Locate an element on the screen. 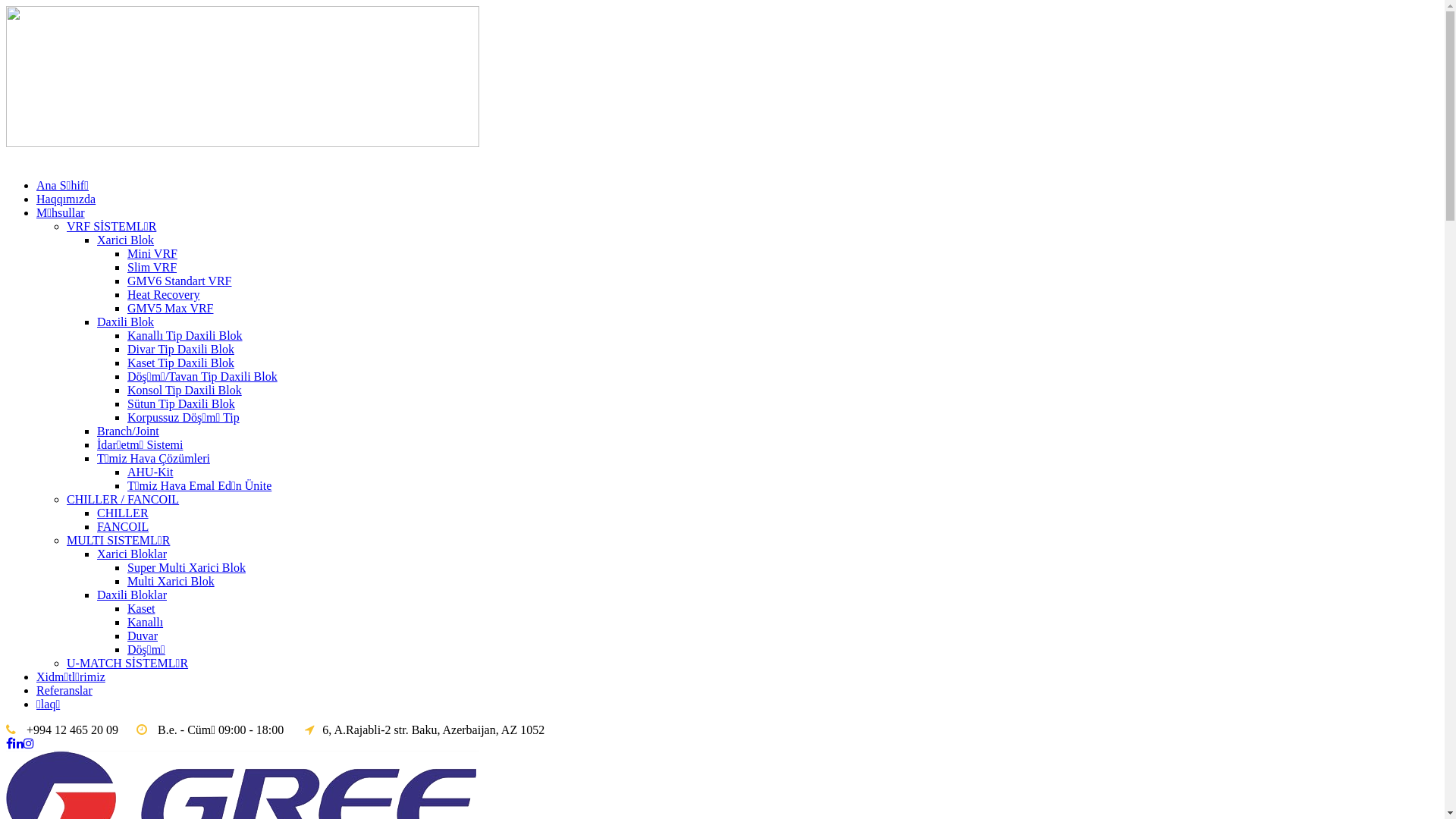 Image resolution: width=1456 pixels, height=819 pixels. 'facebook' is located at coordinates (9, 742).